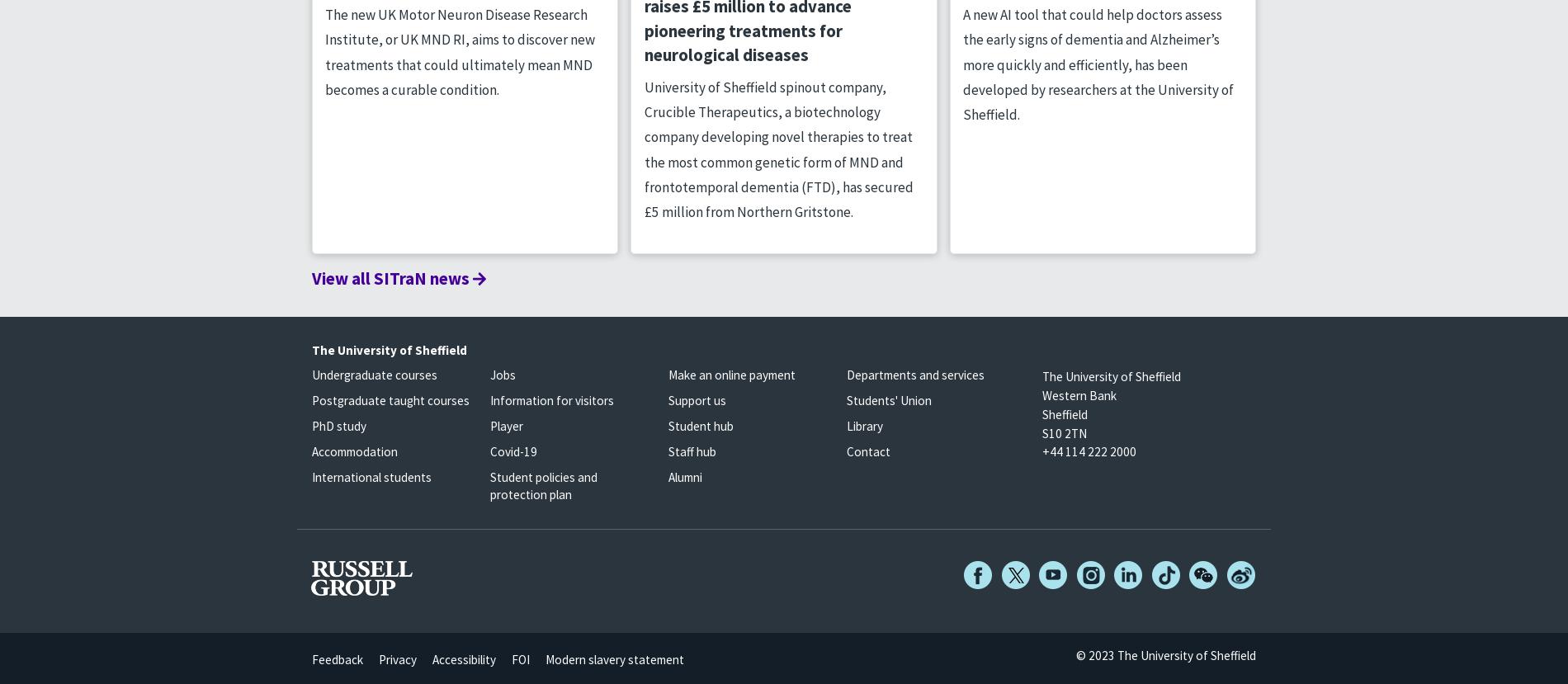  What do you see at coordinates (696, 400) in the screenshot?
I see `'Support us'` at bounding box center [696, 400].